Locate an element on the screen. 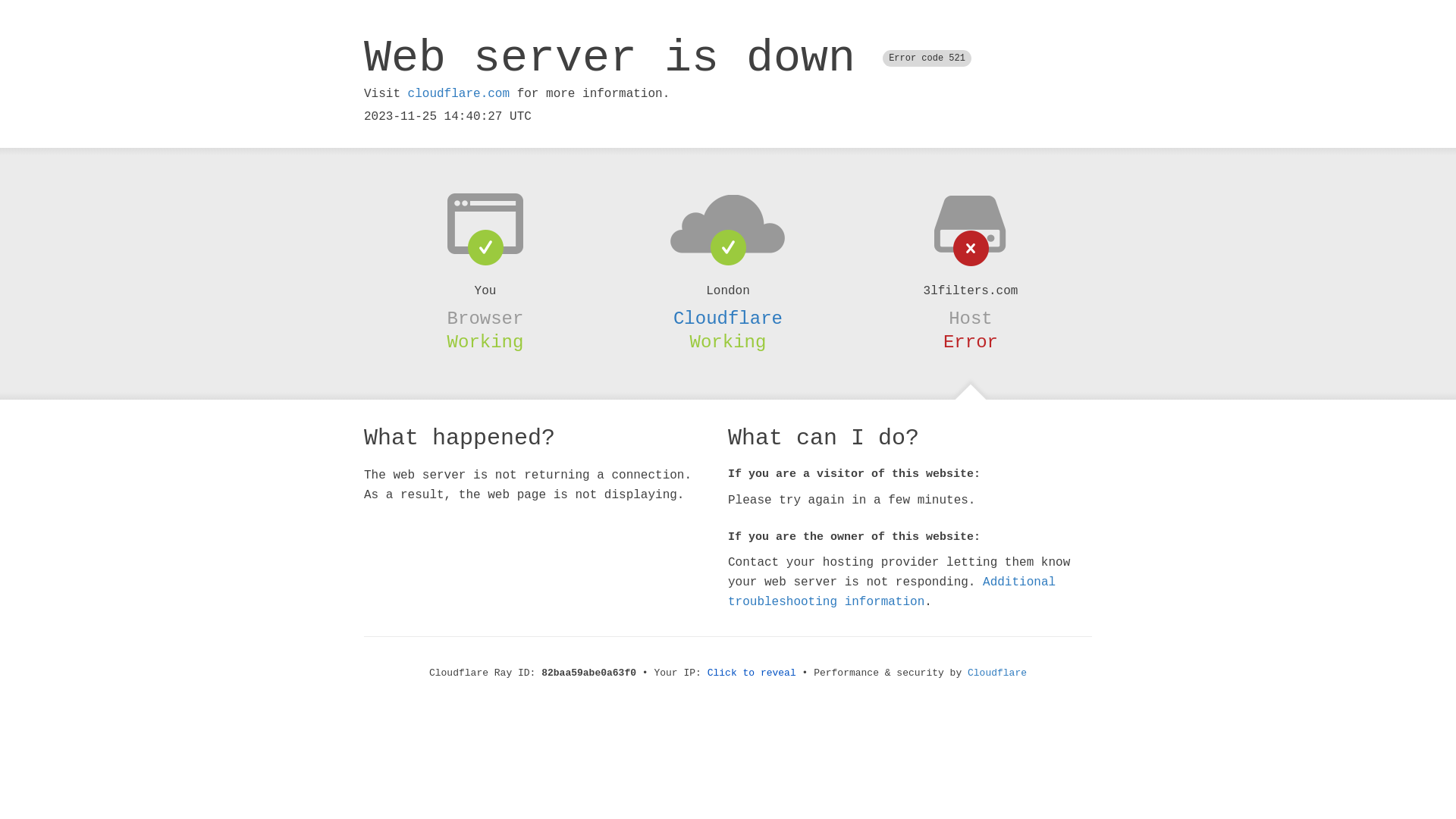 Image resolution: width=1456 pixels, height=819 pixels. 'Additional troubleshooting information' is located at coordinates (892, 591).